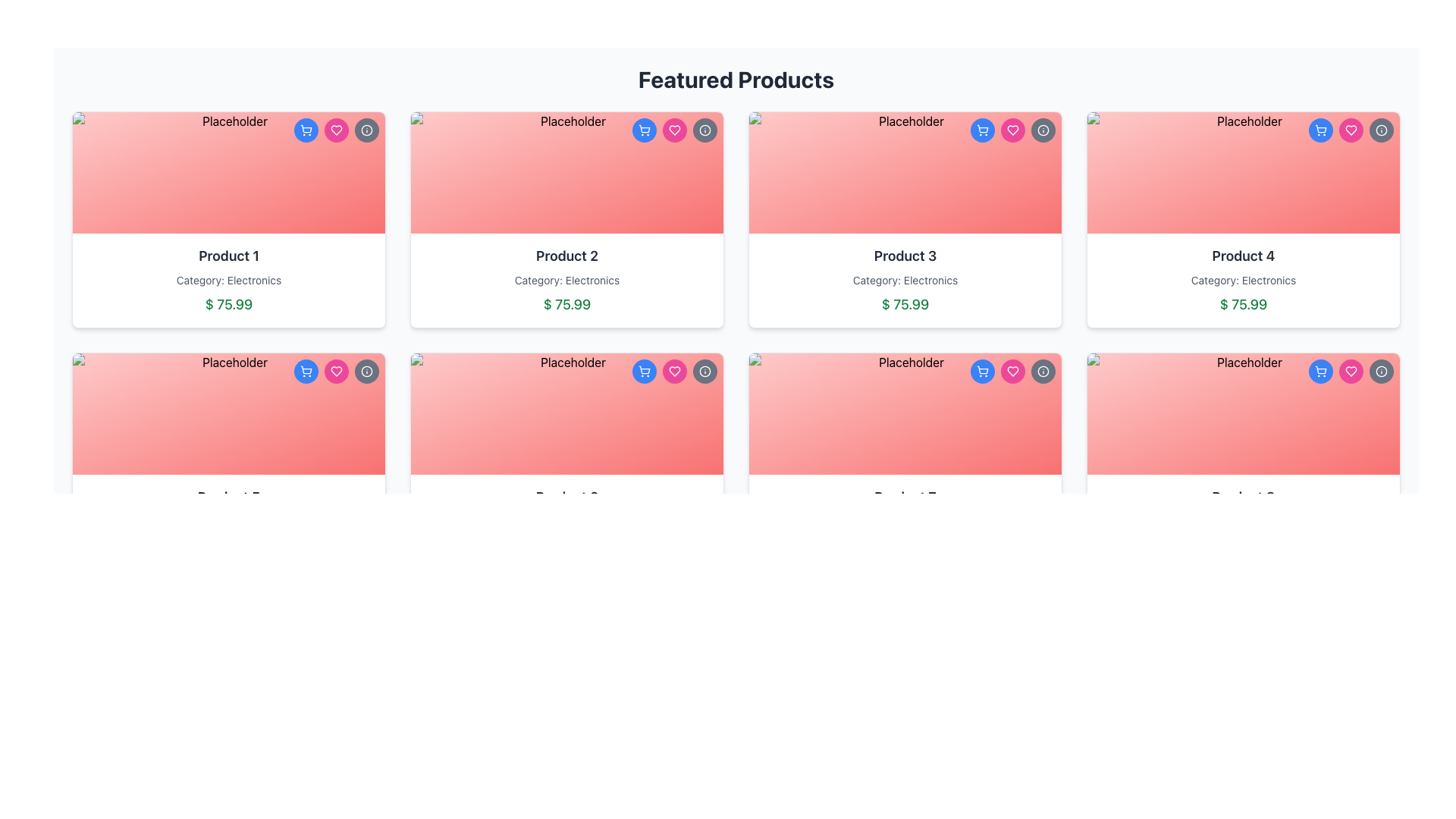 This screenshot has width=1456, height=819. I want to click on the favorite icon located in the top-right area of the second product card in the product grid layout to mark the product as favorite, so click(673, 130).